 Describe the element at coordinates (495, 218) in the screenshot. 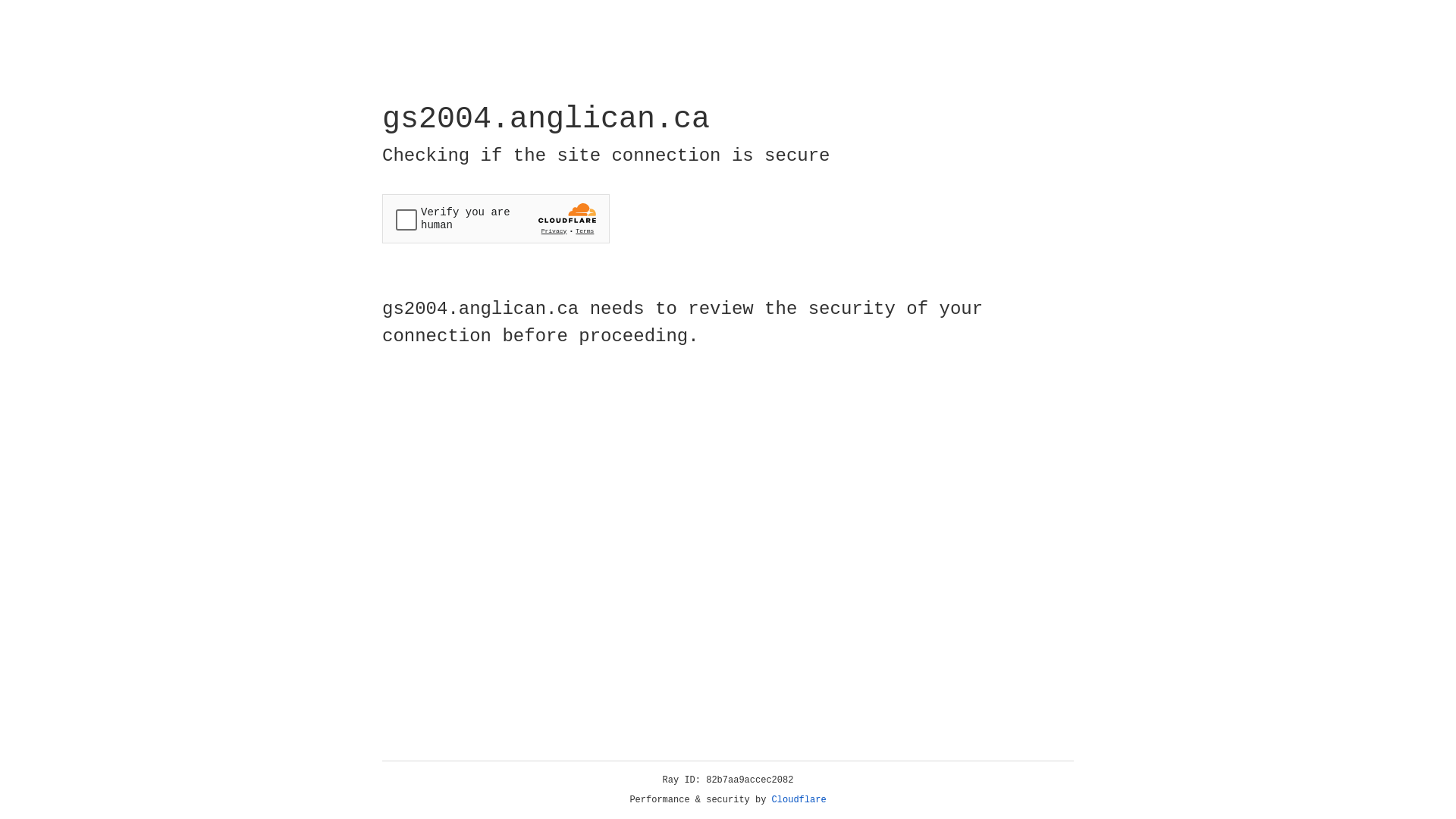

I see `'Widget containing a Cloudflare security challenge'` at that location.